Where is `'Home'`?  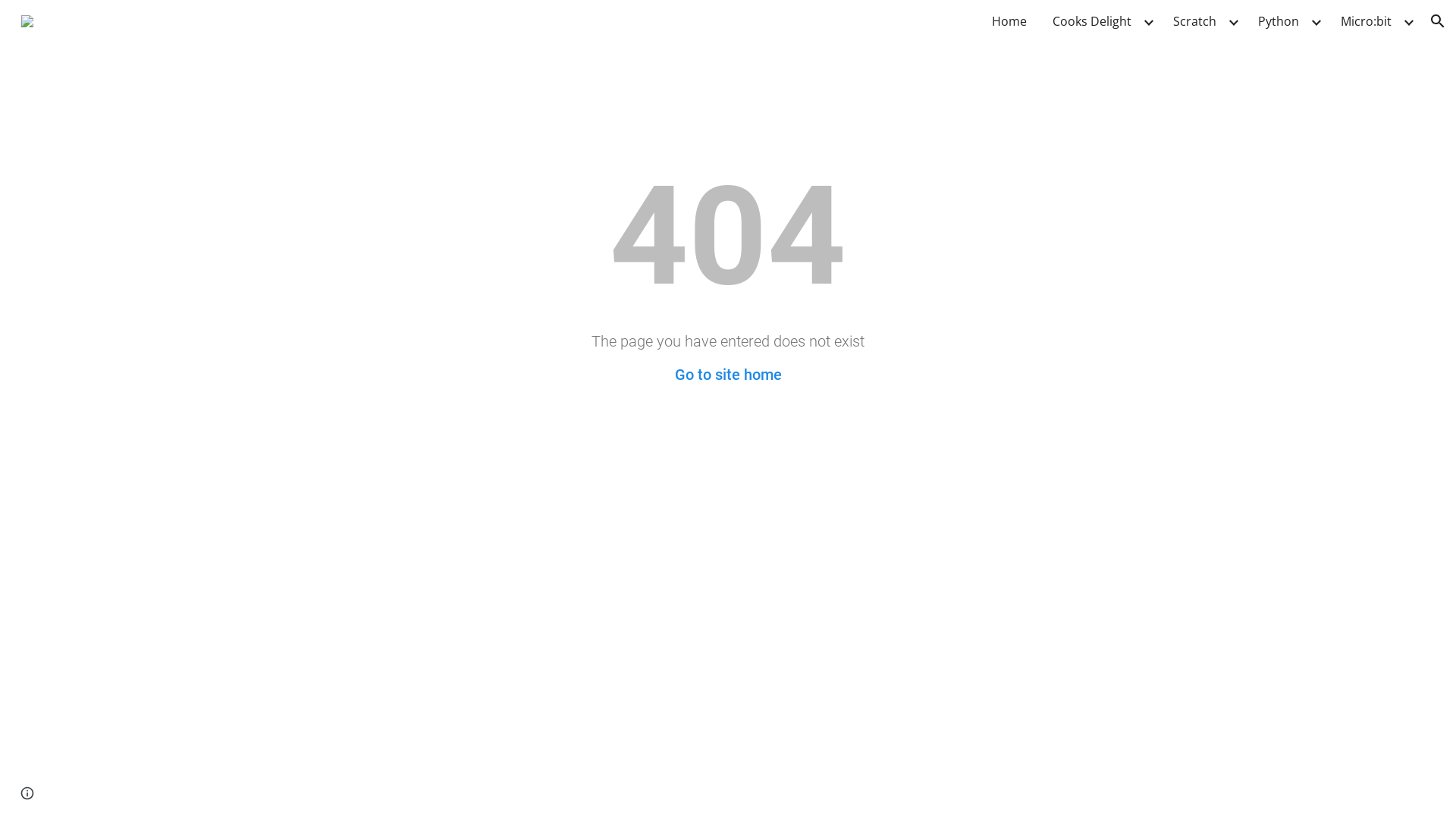 'Home' is located at coordinates (1009, 20).